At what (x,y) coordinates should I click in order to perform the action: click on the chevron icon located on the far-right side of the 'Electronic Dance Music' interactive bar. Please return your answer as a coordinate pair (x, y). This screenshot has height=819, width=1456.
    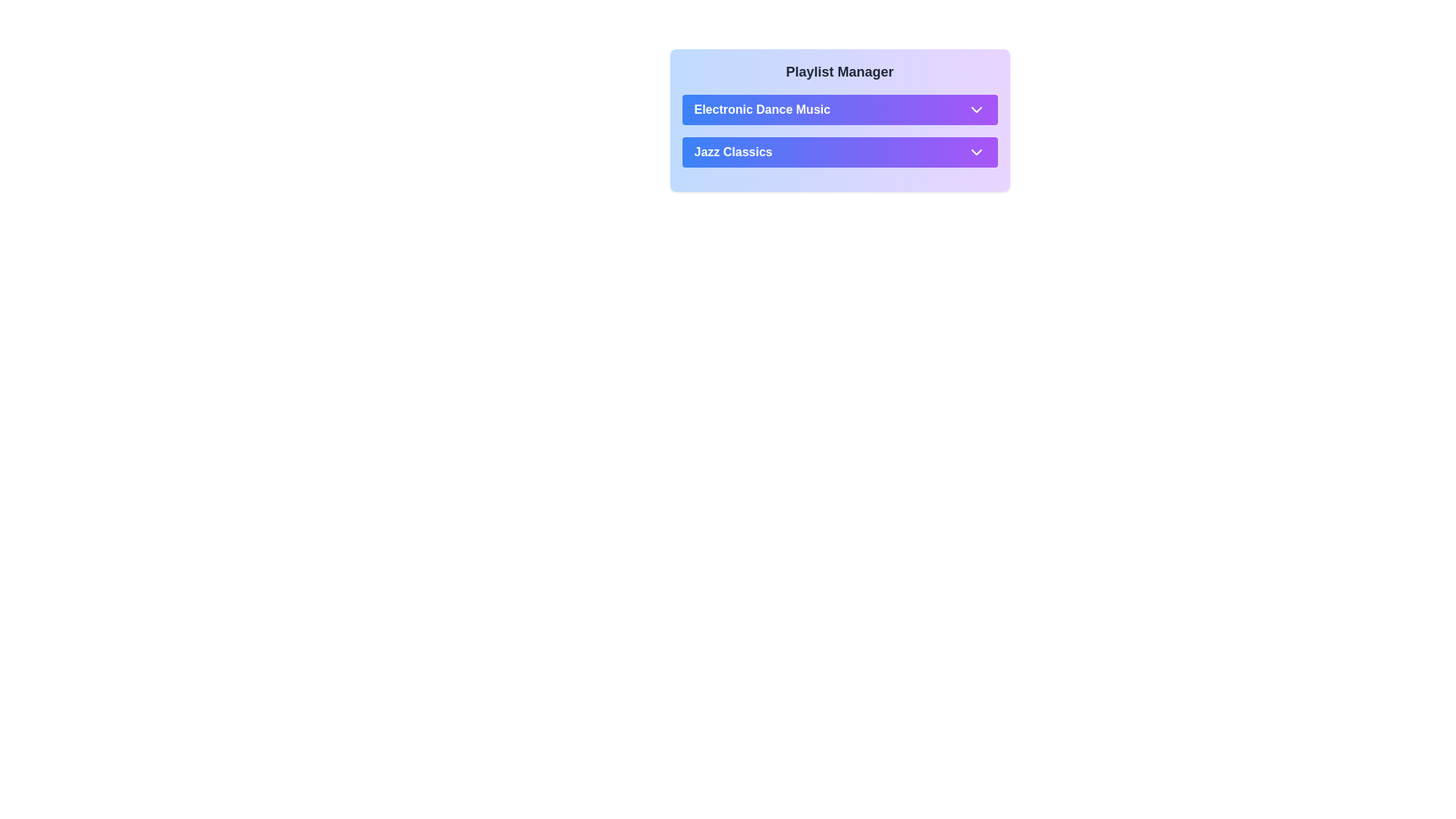
    Looking at the image, I should click on (976, 109).